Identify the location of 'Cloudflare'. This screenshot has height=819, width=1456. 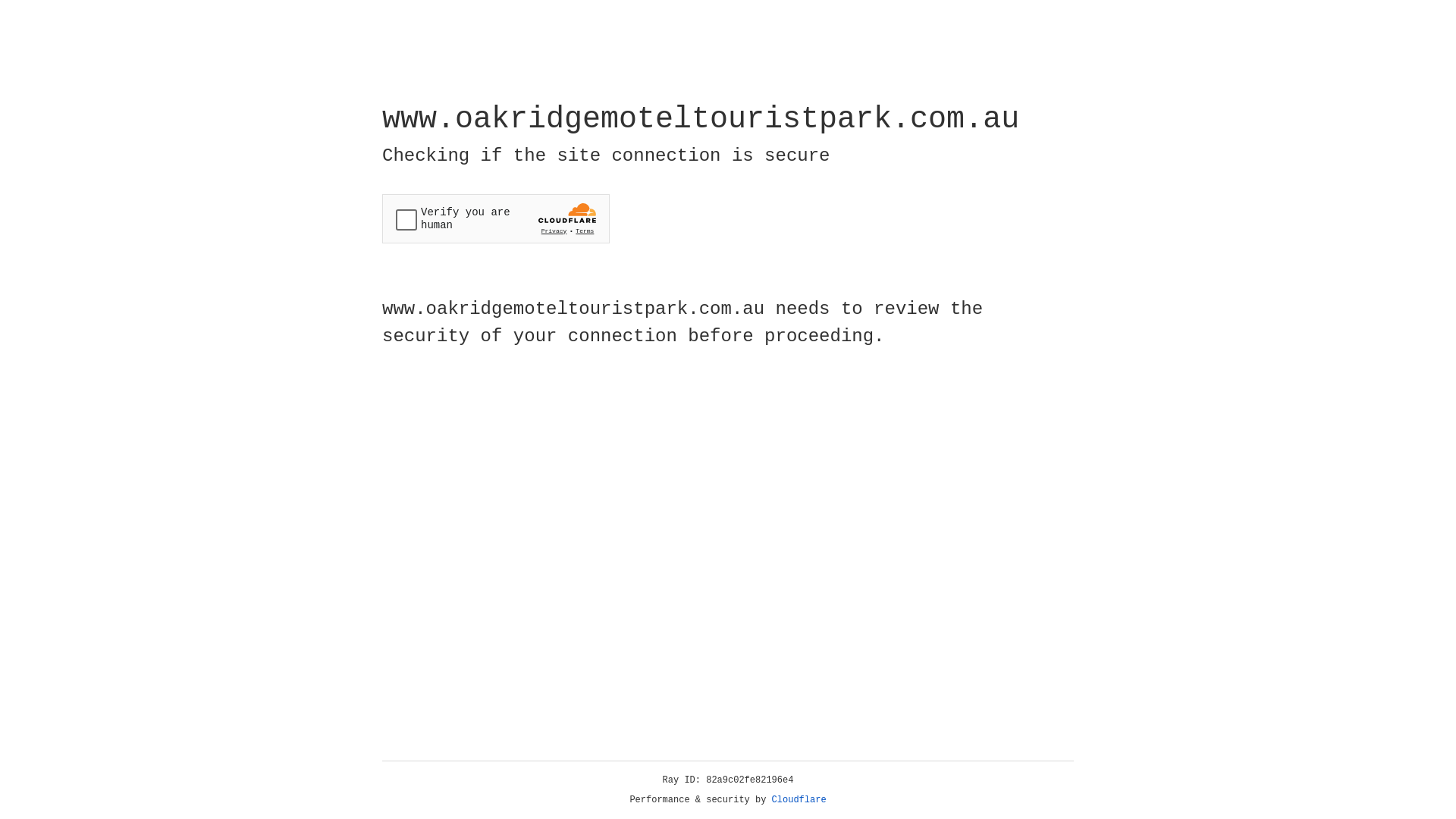
(799, 799).